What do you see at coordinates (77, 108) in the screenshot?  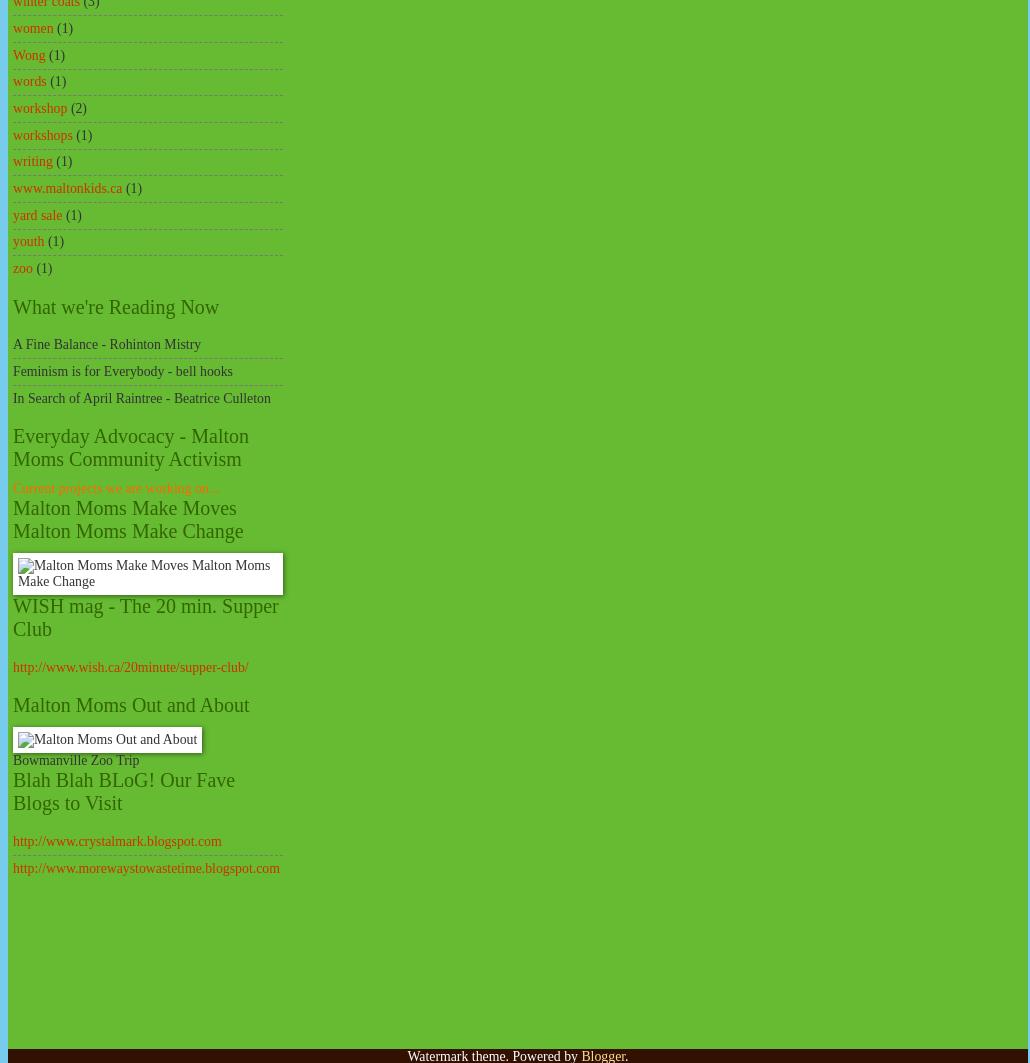 I see `'(2)'` at bounding box center [77, 108].